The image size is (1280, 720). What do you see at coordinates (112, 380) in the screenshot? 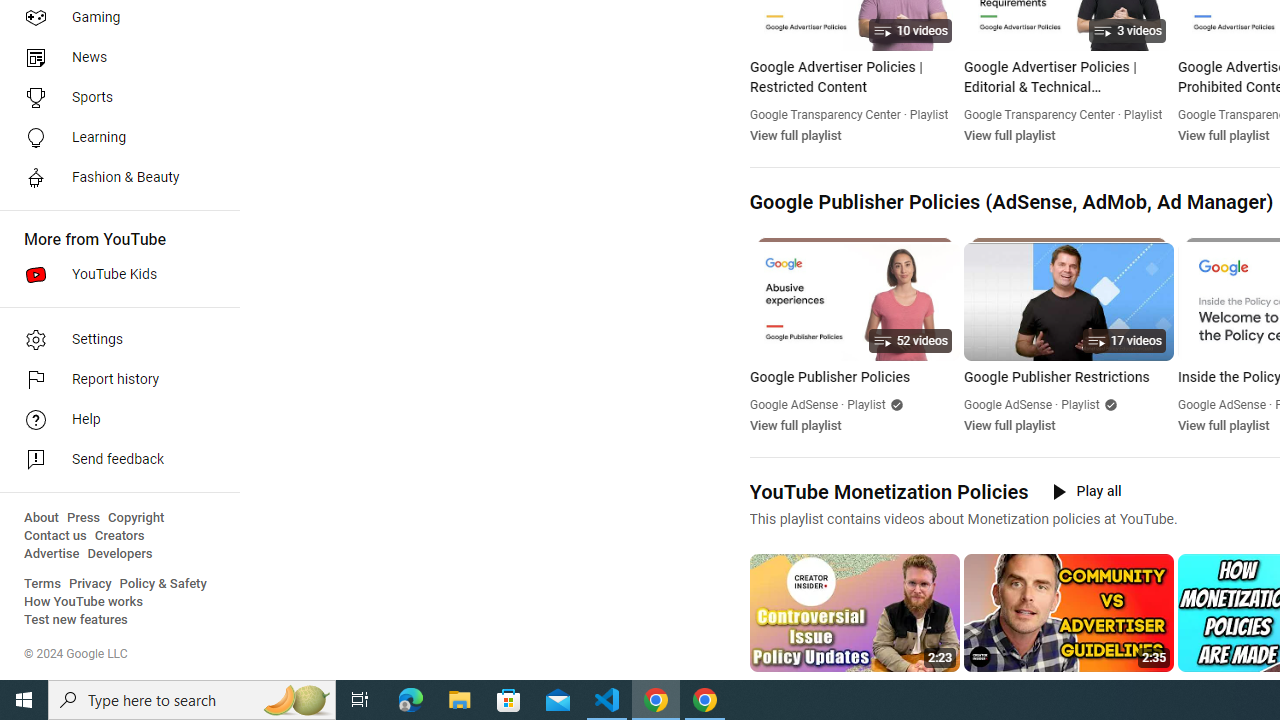
I see `'Report history'` at bounding box center [112, 380].